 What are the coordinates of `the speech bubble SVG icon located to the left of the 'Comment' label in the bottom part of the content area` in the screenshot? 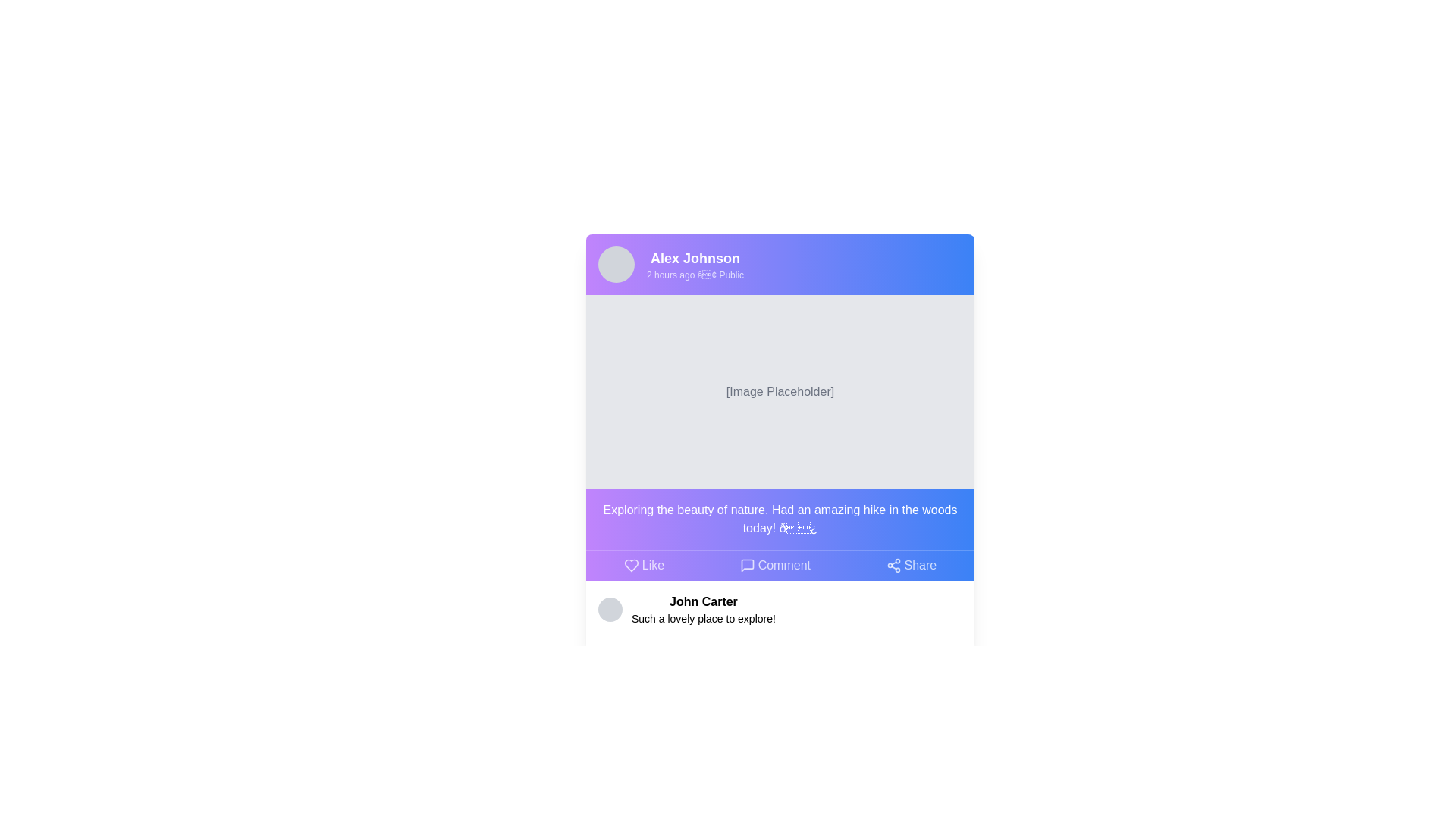 It's located at (747, 565).